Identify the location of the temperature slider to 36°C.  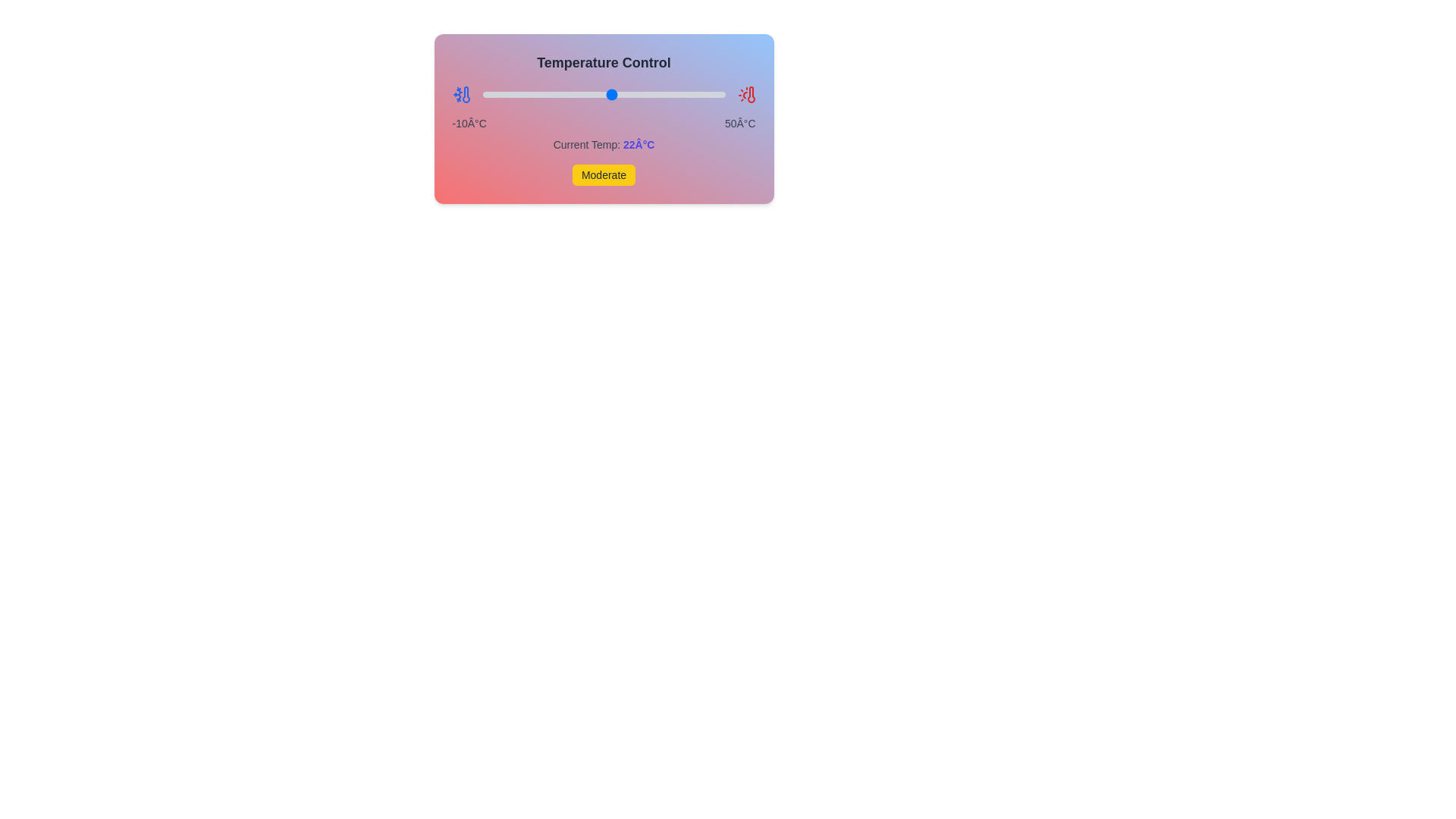
(667, 94).